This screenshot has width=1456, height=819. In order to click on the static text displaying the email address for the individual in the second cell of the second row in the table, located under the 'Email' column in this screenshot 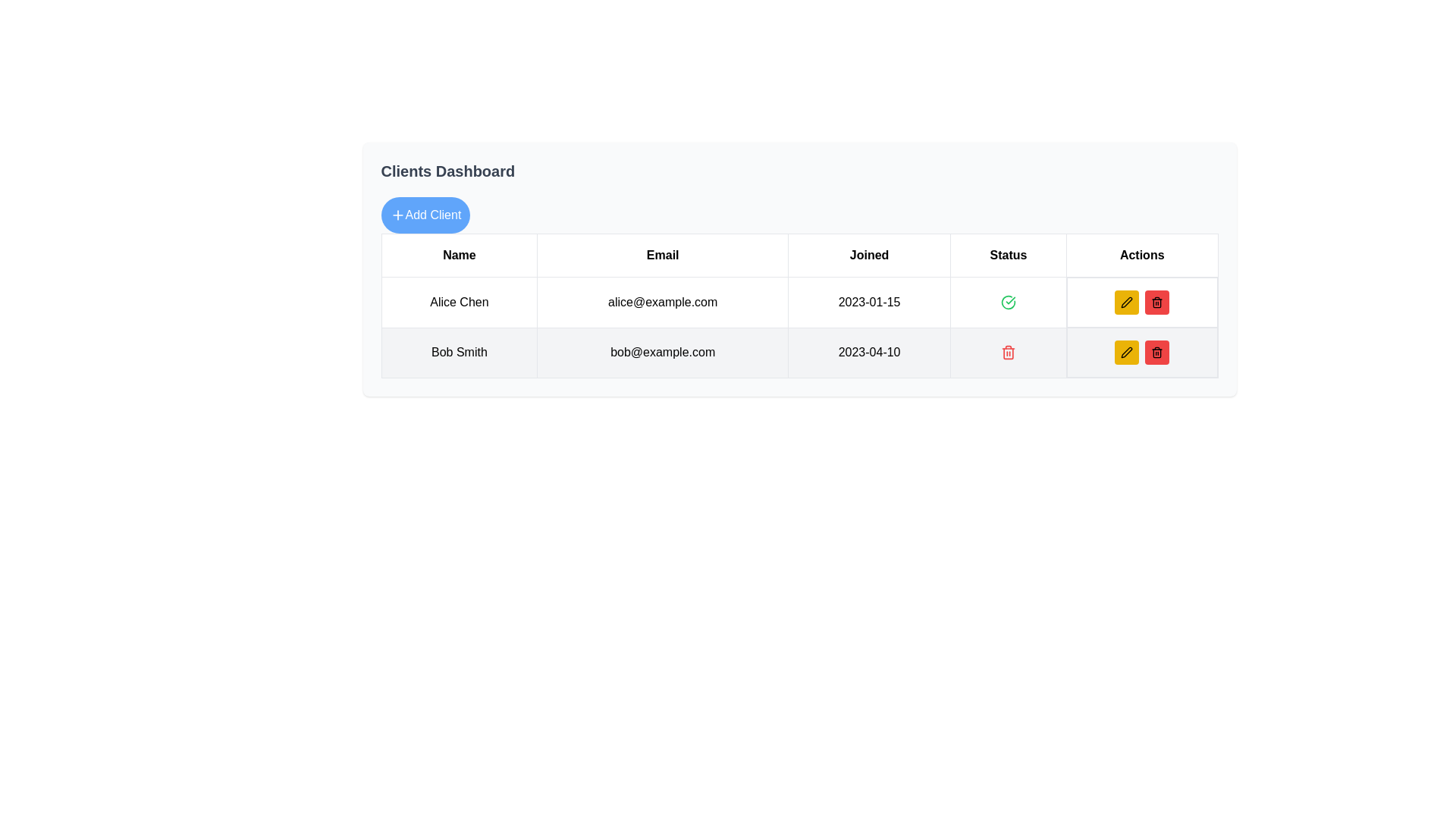, I will do `click(663, 353)`.